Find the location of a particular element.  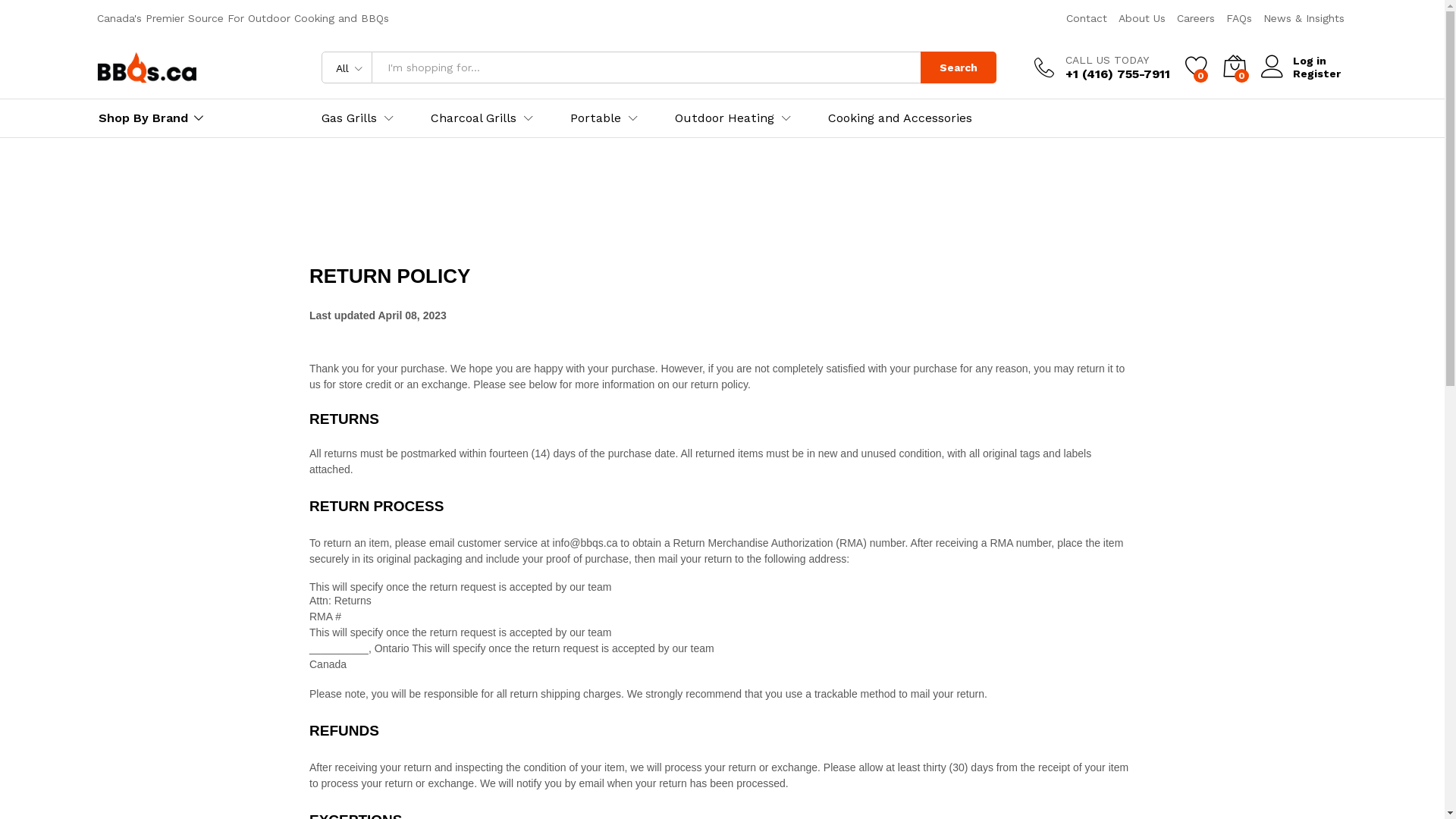

'About Us' is located at coordinates (1141, 17).